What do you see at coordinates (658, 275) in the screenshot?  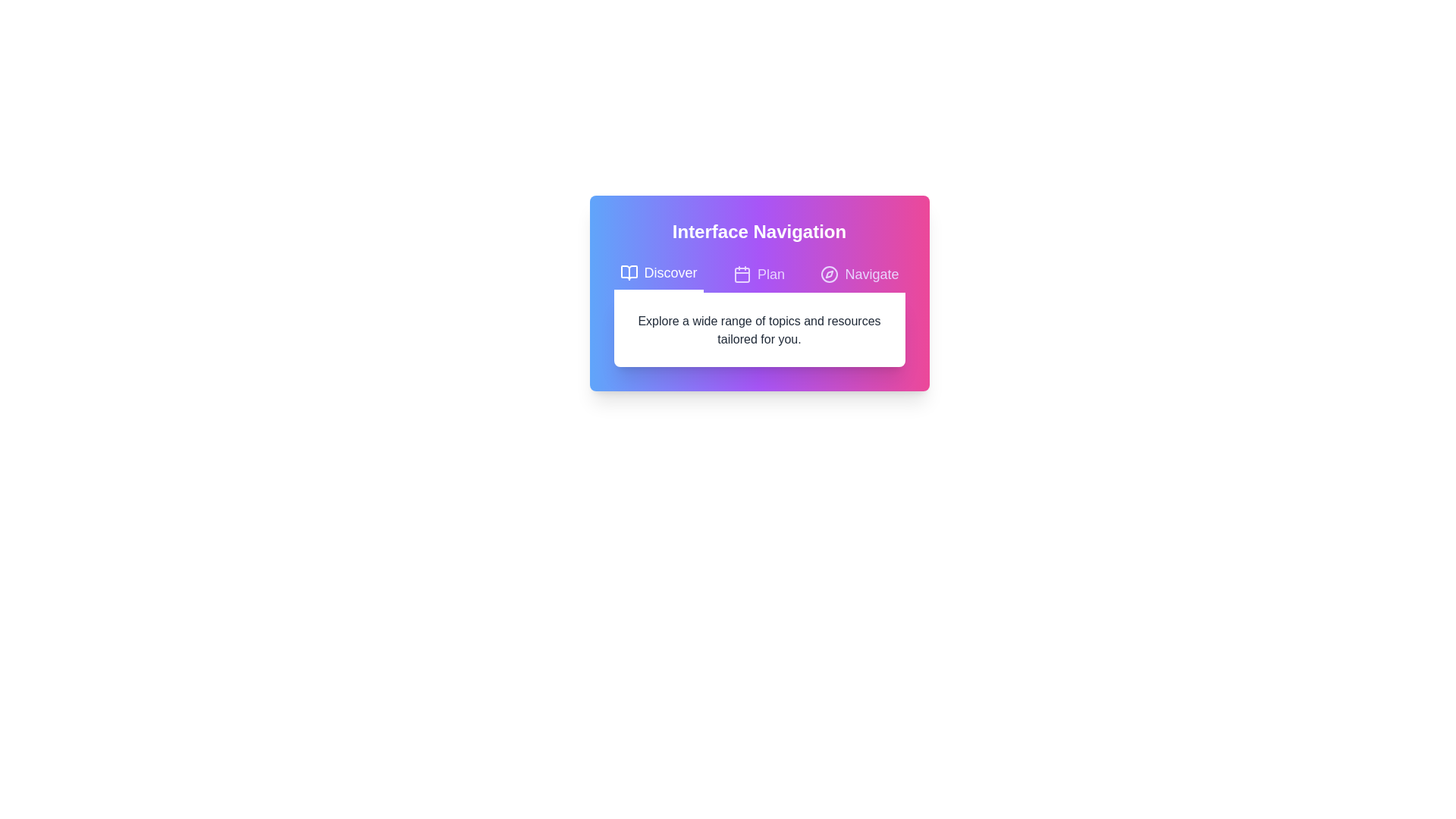 I see `the 'Discover' tab button, which is styled with white text and a bold font, located in the leftmost position of the segmented navigation bar` at bounding box center [658, 275].